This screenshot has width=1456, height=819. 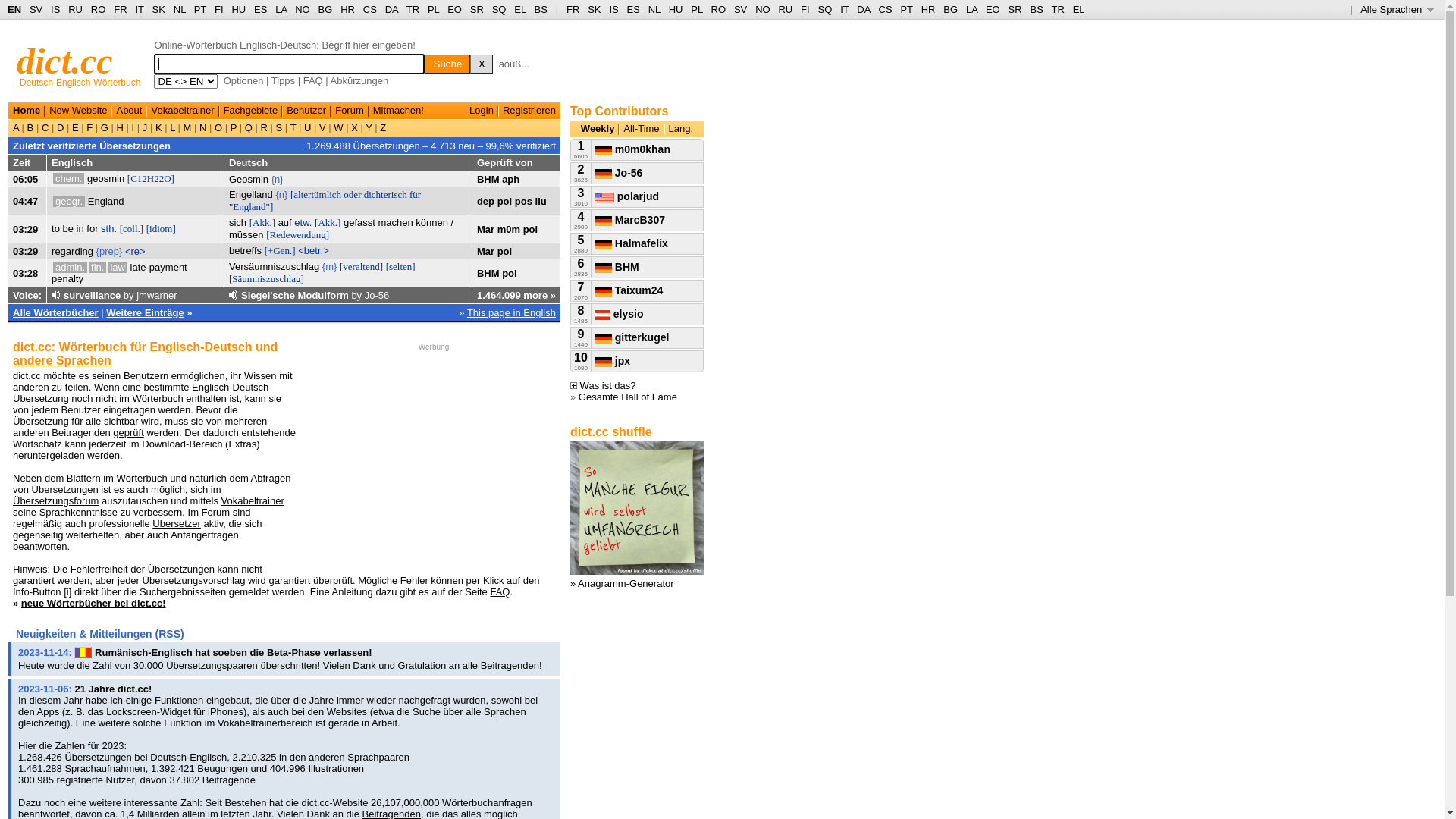 I want to click on 'SK', so click(x=158, y=9).